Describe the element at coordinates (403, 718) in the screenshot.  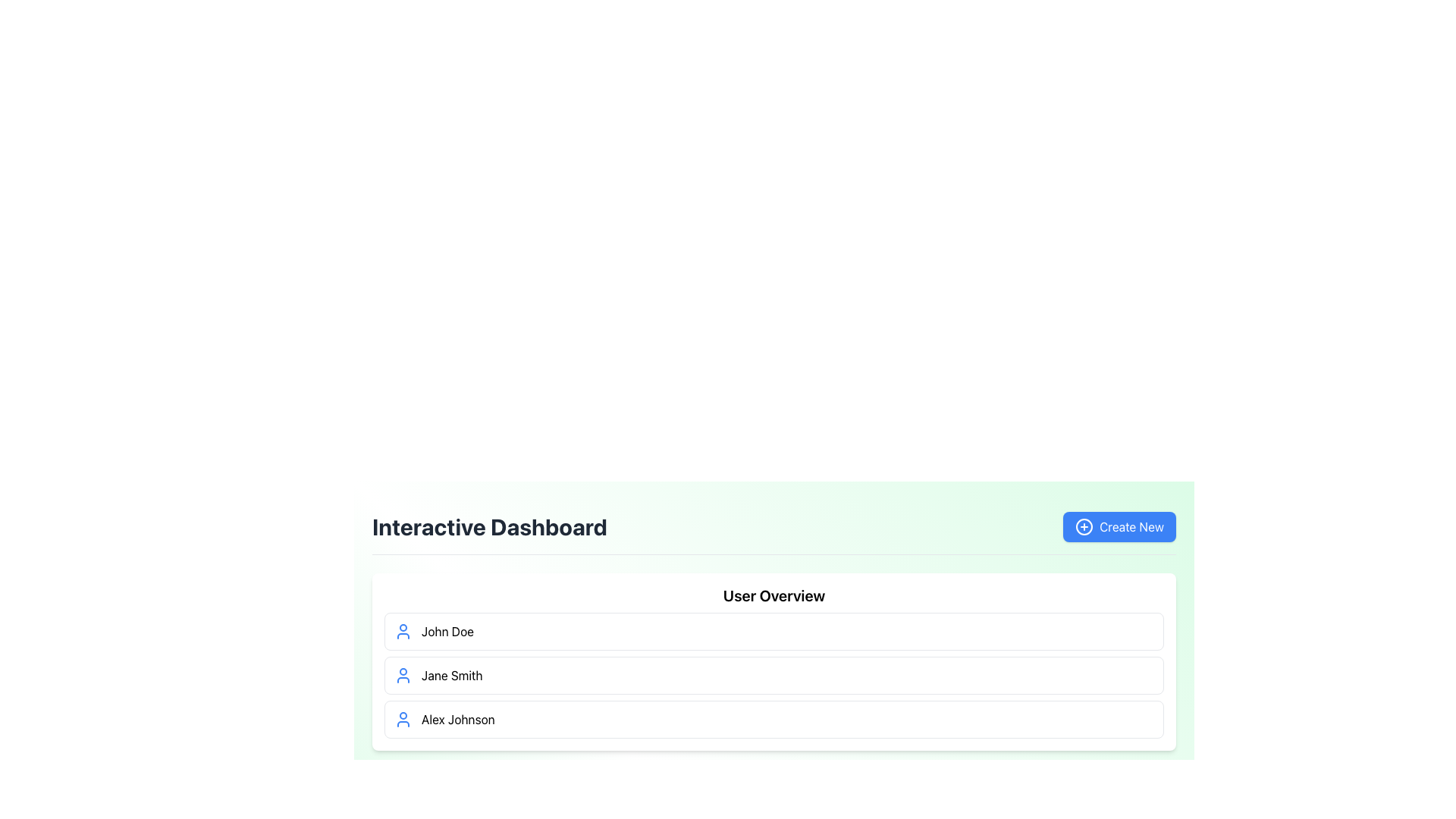
I see `the user profile icon located at the leftmost side of the third row in the 'User Overview' section, next to the name 'Alex Johnson'` at that location.